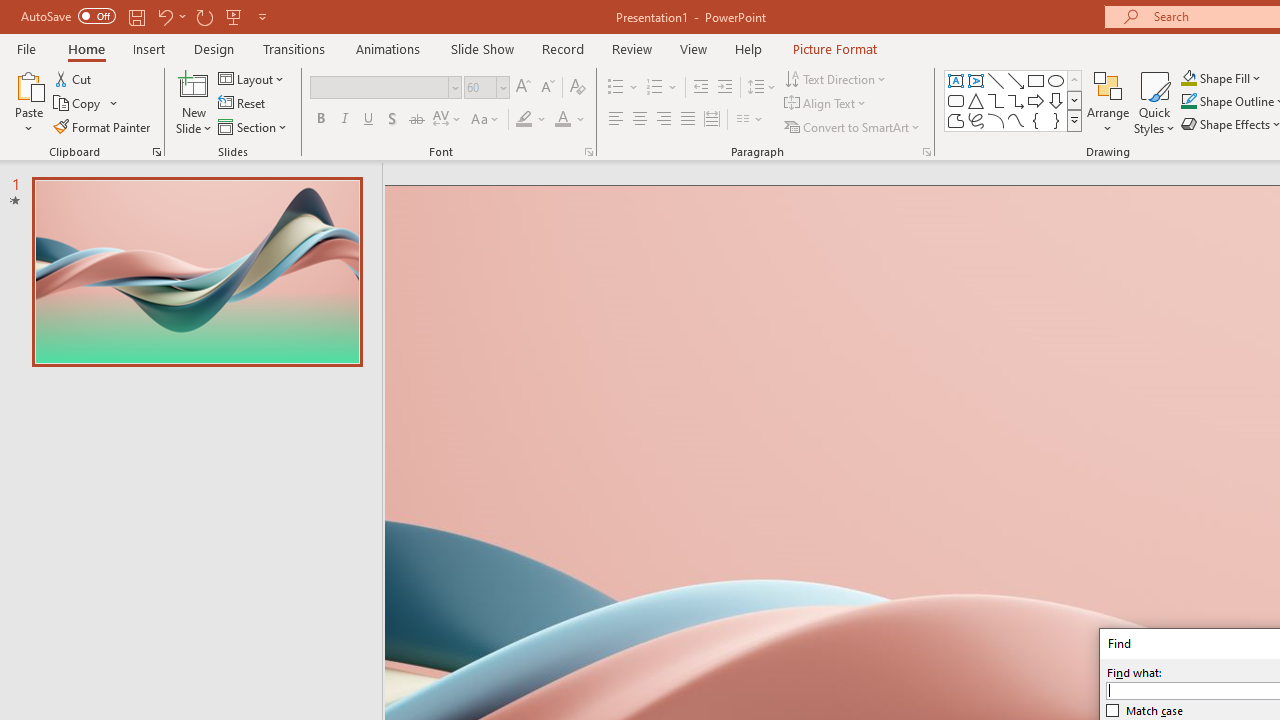 The width and height of the screenshot is (1280, 720). Describe the element at coordinates (392, 119) in the screenshot. I see `'Shadow'` at that location.